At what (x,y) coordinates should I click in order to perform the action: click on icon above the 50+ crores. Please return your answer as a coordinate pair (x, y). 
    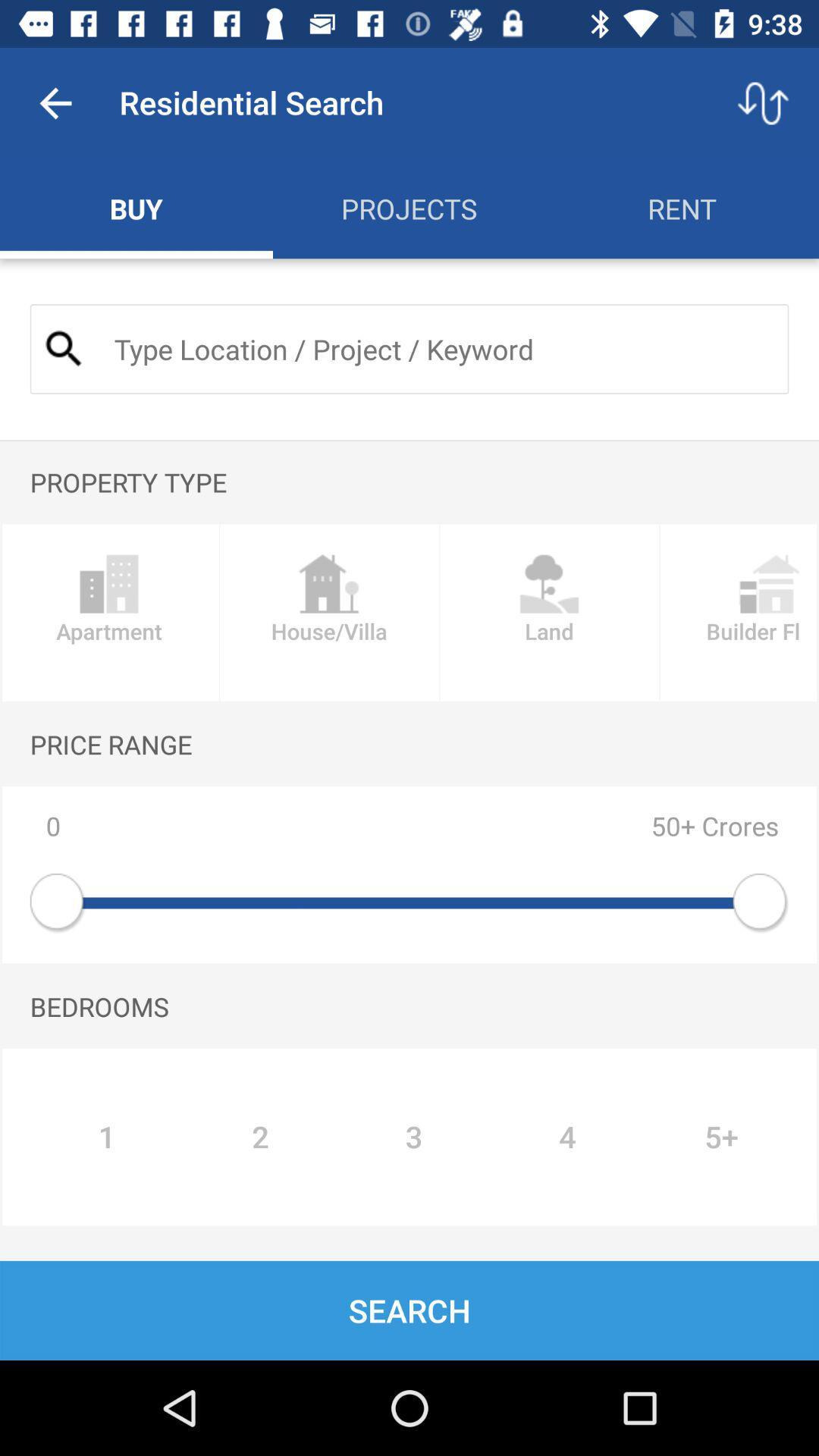
    Looking at the image, I should click on (549, 613).